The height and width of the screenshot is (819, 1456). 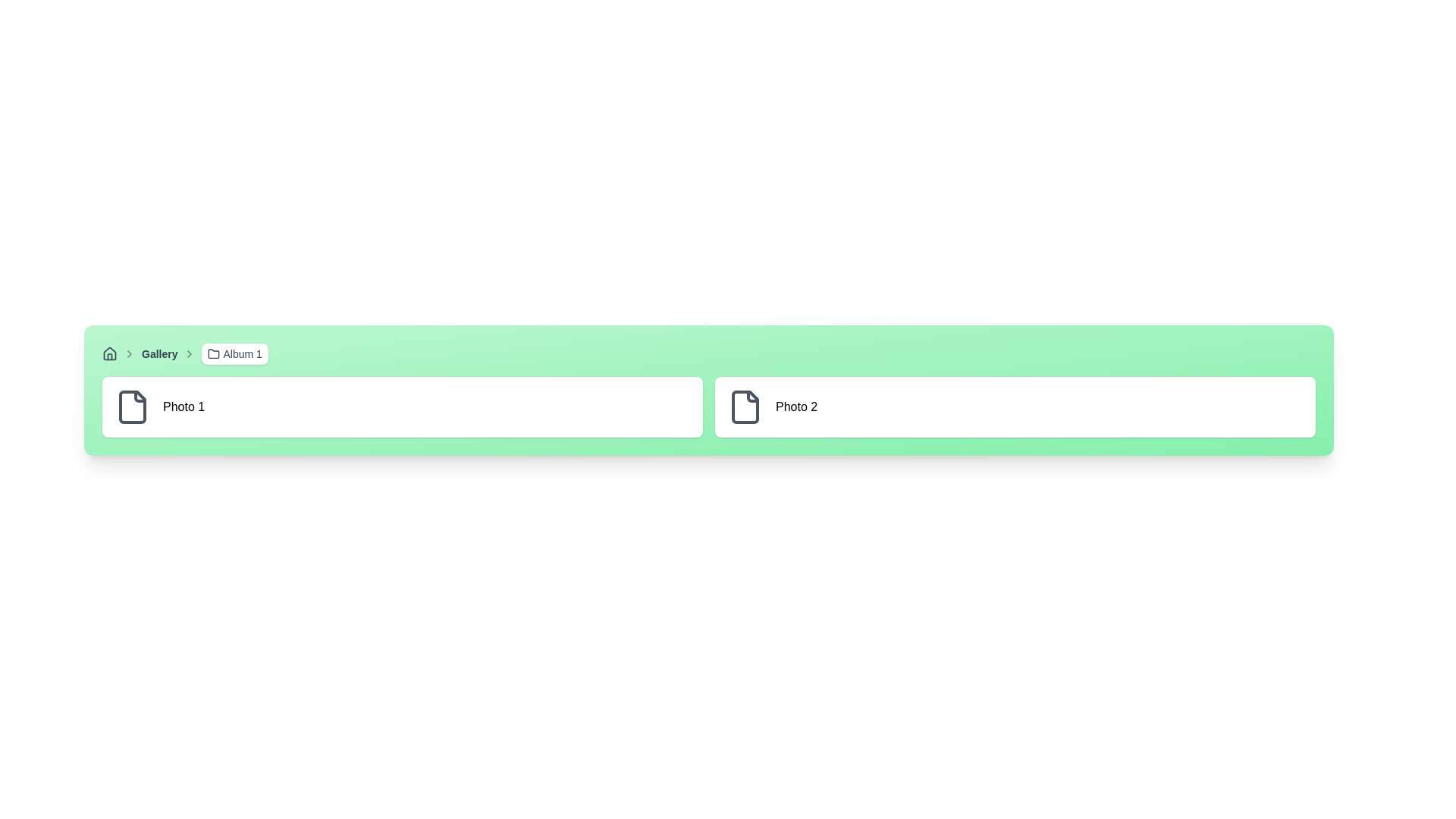 What do you see at coordinates (753, 396) in the screenshot?
I see `the Decorative icon component located in the top-right corner of the document icon labeled 'Photo 2', which is situated in the right panel of the interface` at bounding box center [753, 396].